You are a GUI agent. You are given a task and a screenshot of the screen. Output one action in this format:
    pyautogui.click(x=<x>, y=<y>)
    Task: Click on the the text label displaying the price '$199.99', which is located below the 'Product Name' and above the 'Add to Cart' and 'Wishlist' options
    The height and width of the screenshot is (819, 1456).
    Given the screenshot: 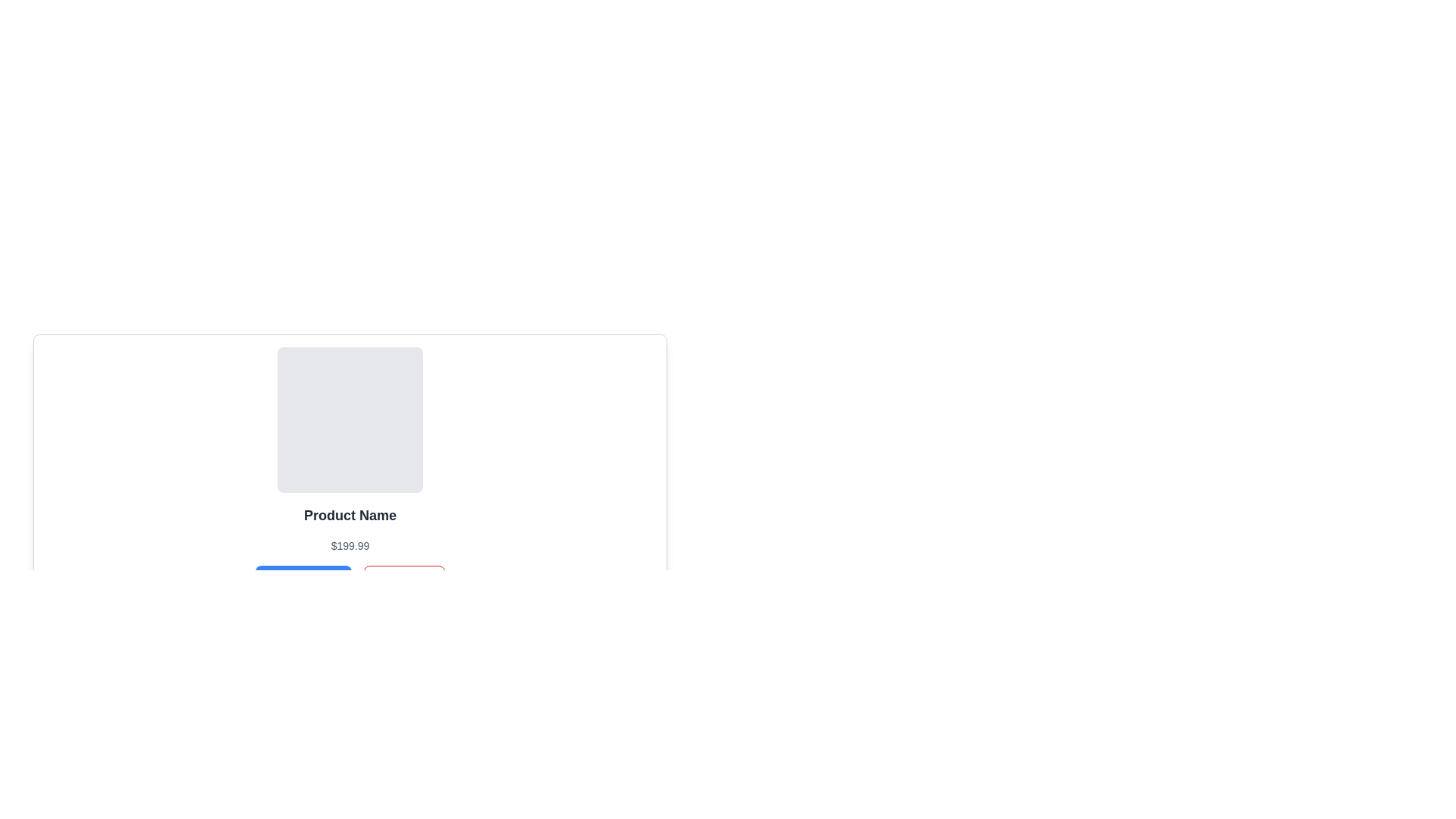 What is the action you would take?
    pyautogui.click(x=349, y=546)
    